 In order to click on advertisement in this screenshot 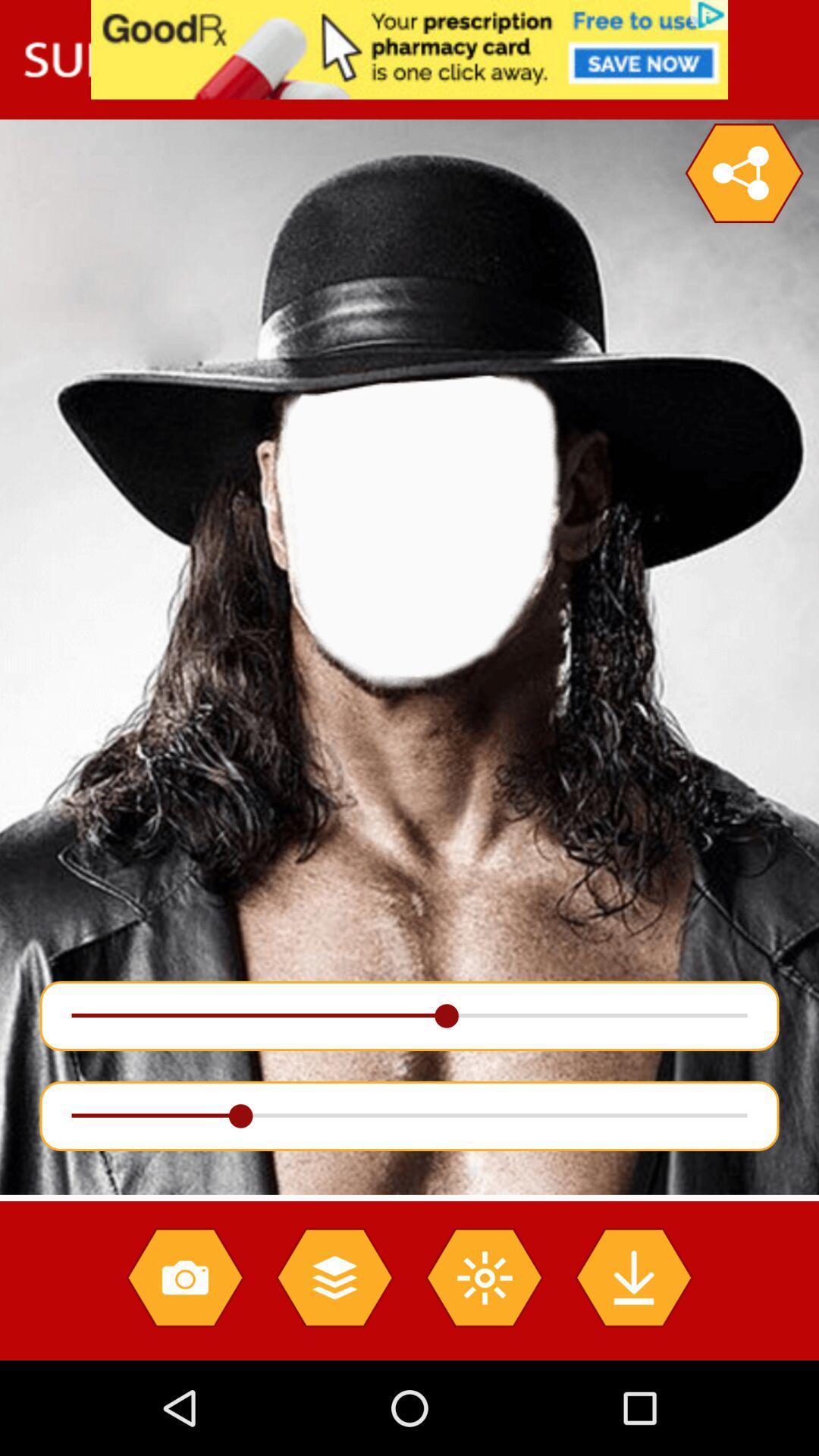, I will do `click(409, 49)`.